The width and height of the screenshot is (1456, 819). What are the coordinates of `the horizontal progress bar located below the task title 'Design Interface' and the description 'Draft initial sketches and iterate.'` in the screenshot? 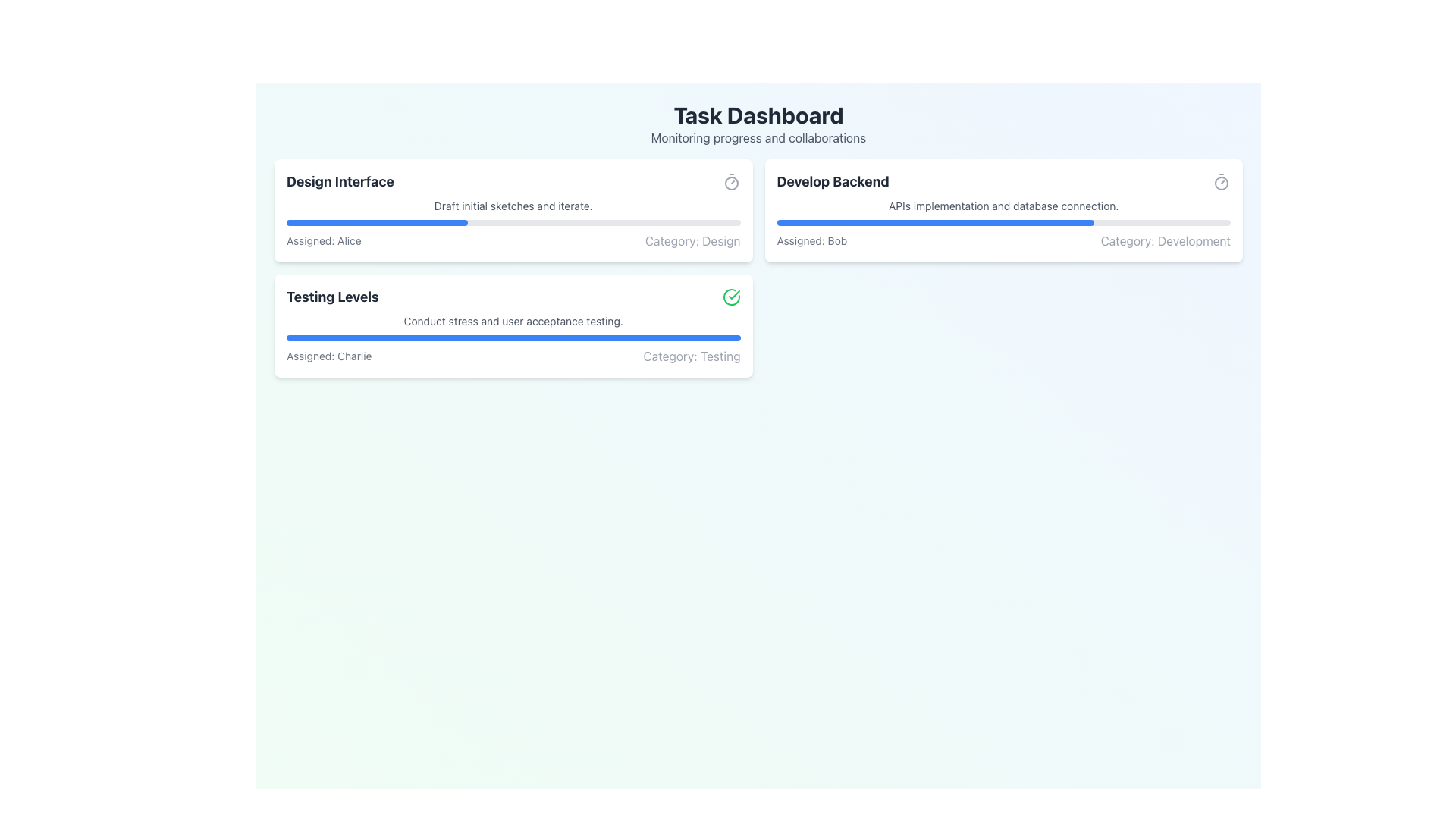 It's located at (513, 222).